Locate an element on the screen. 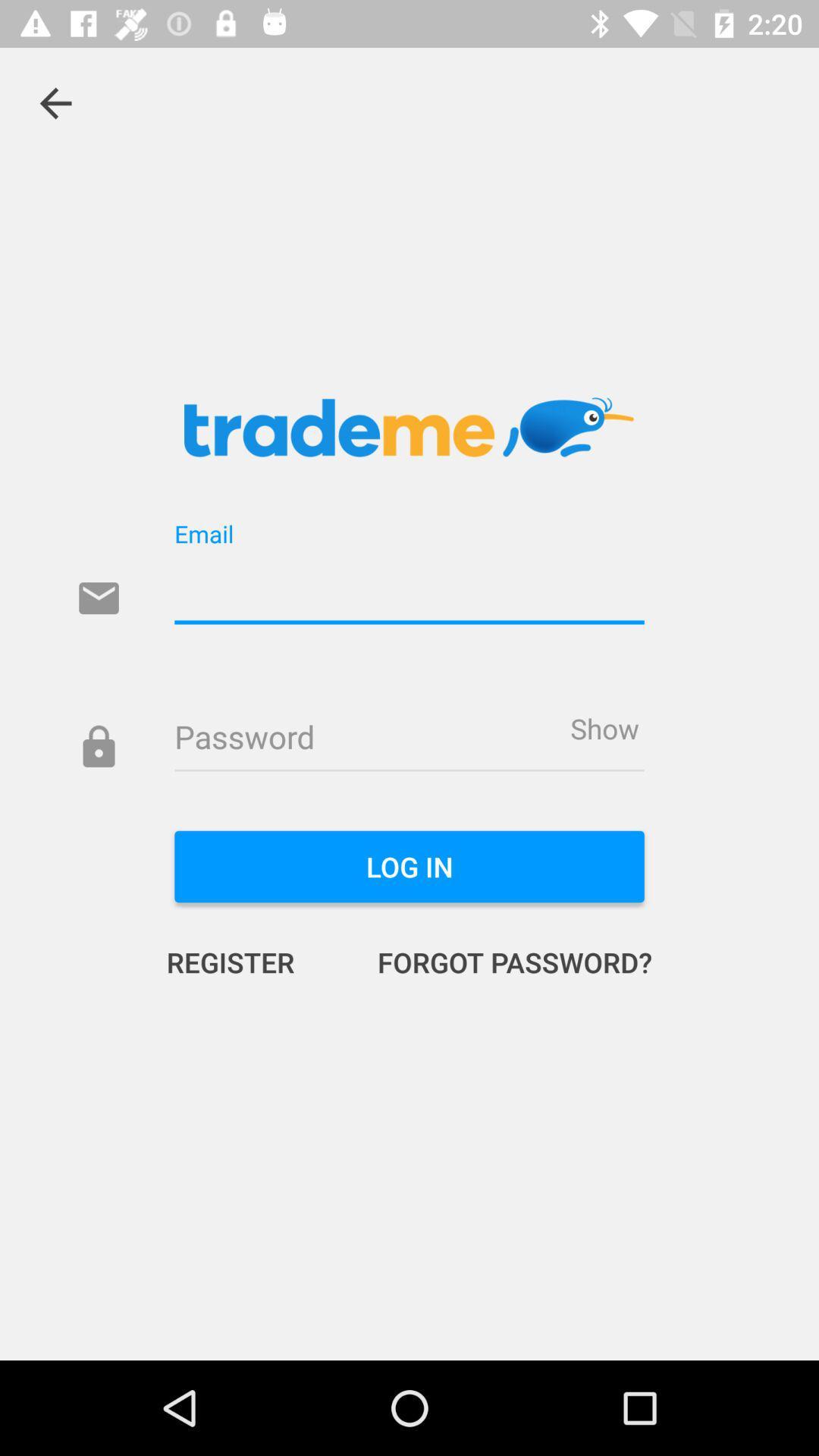 Image resolution: width=819 pixels, height=1456 pixels. register icon is located at coordinates (246, 961).